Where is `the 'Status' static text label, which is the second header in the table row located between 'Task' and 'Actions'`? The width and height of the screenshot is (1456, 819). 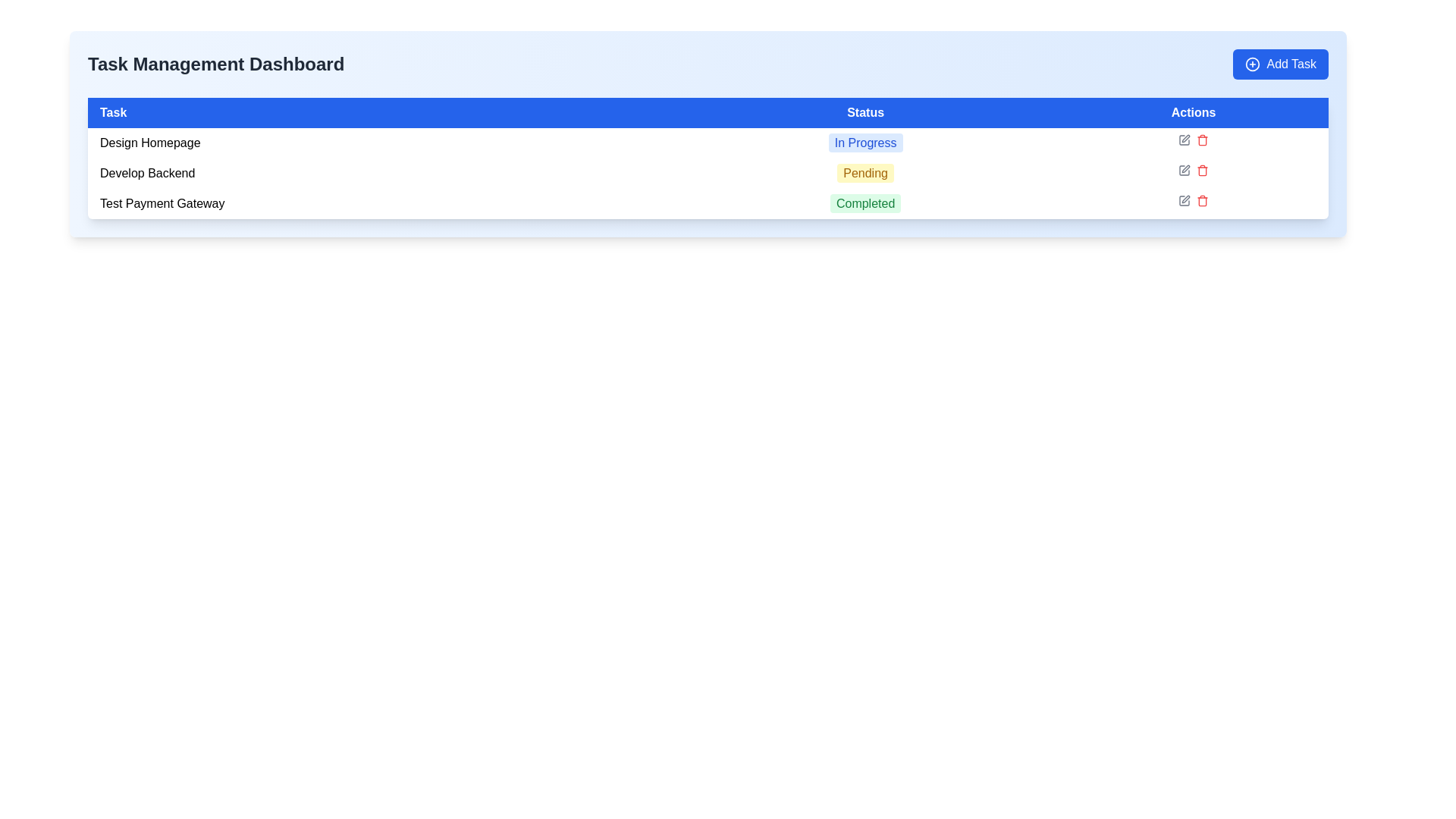
the 'Status' static text label, which is the second header in the table row located between 'Task' and 'Actions' is located at coordinates (865, 112).